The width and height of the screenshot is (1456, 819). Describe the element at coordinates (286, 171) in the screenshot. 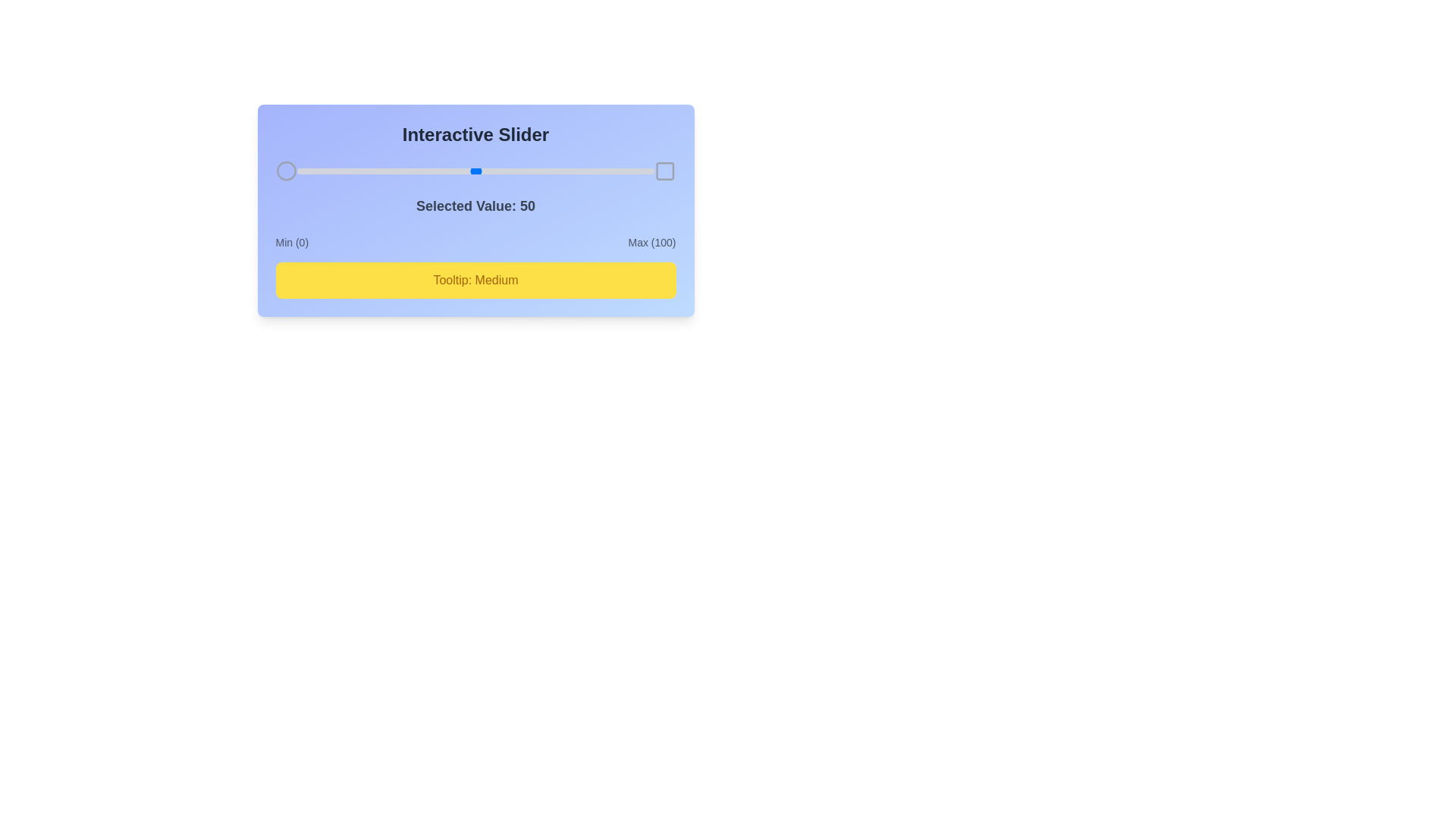

I see `the circular icon next to the slider` at that location.